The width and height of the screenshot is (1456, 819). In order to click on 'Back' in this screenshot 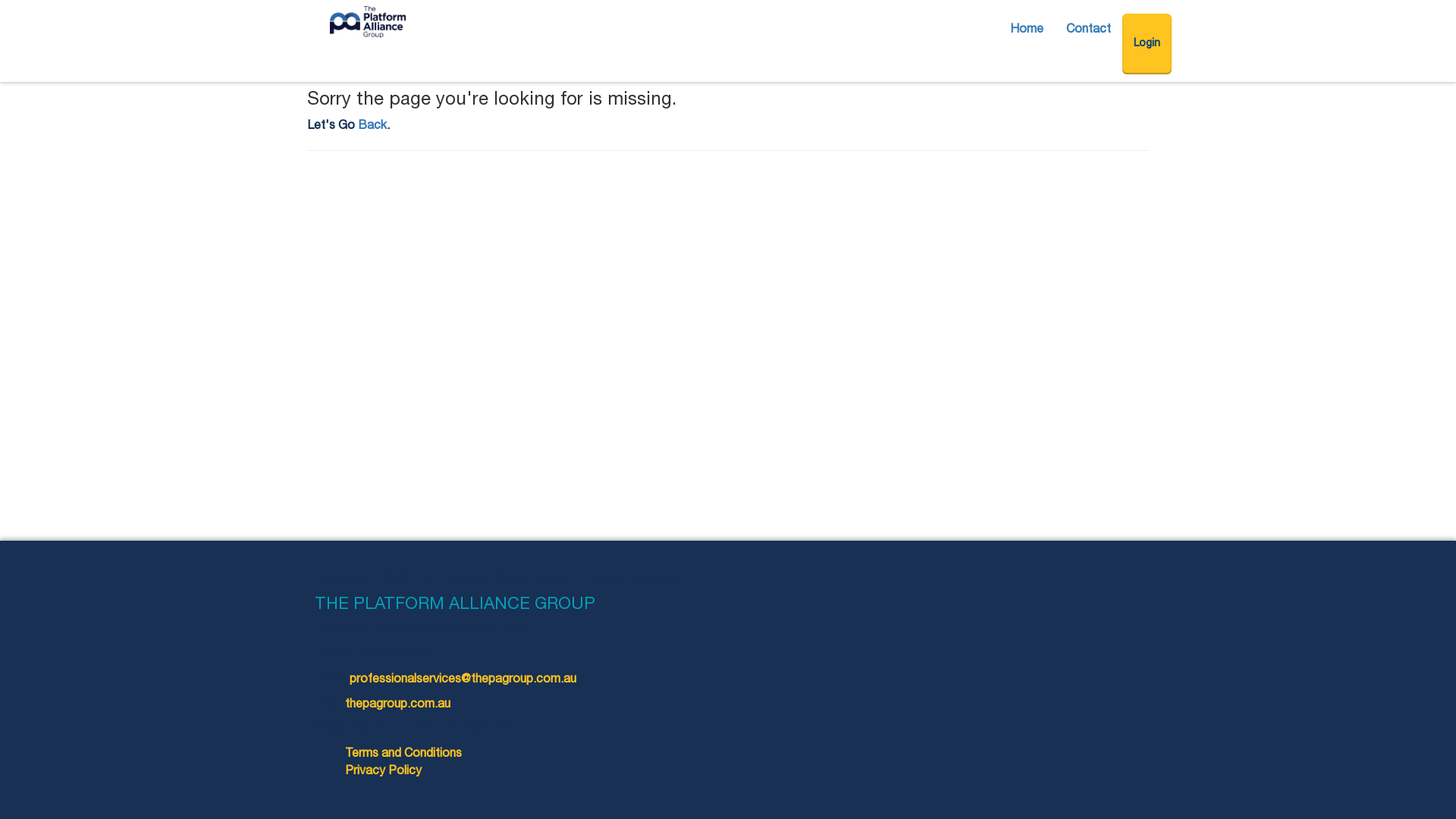, I will do `click(356, 125)`.